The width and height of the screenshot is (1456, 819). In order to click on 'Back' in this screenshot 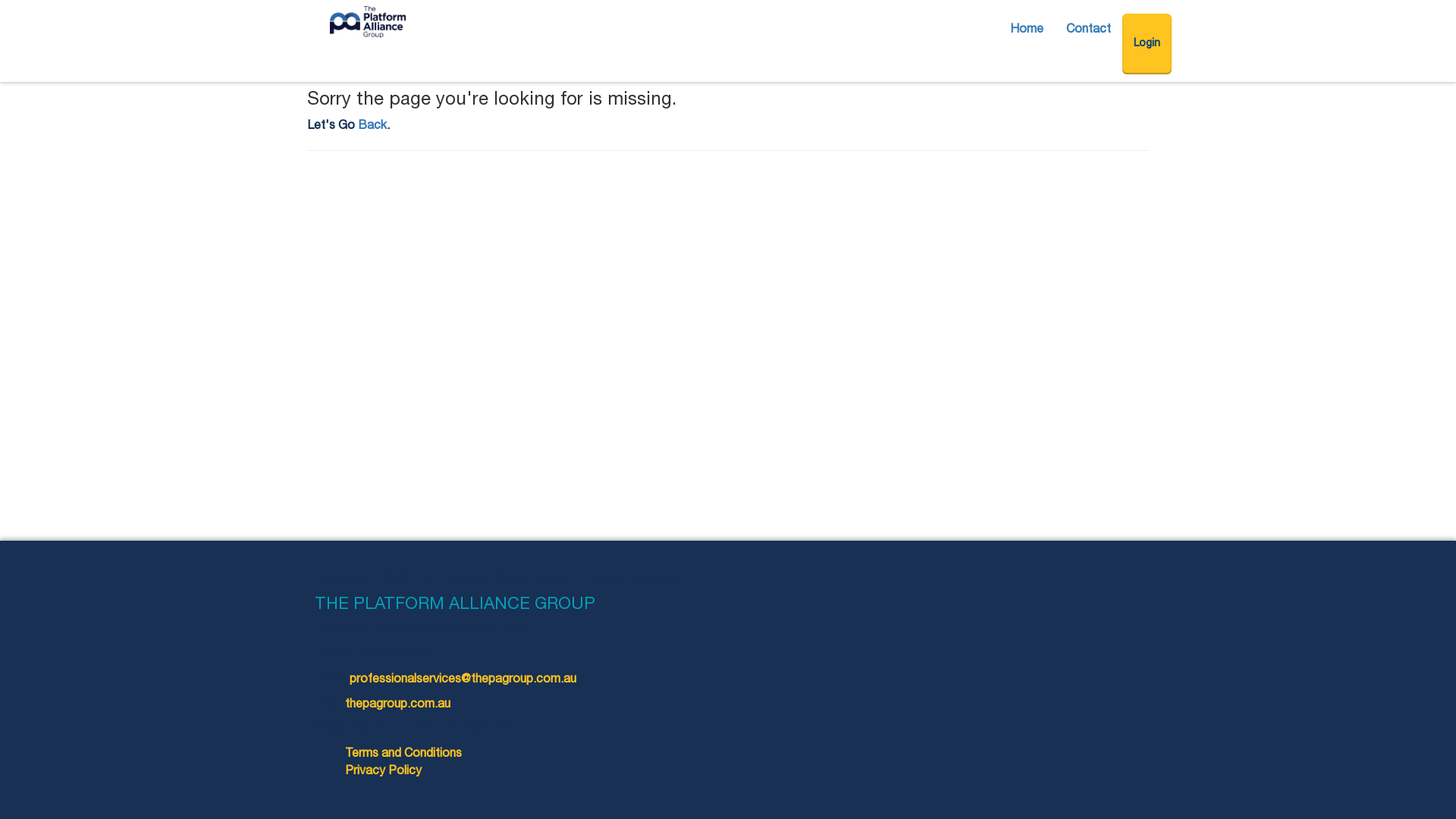, I will do `click(356, 125)`.